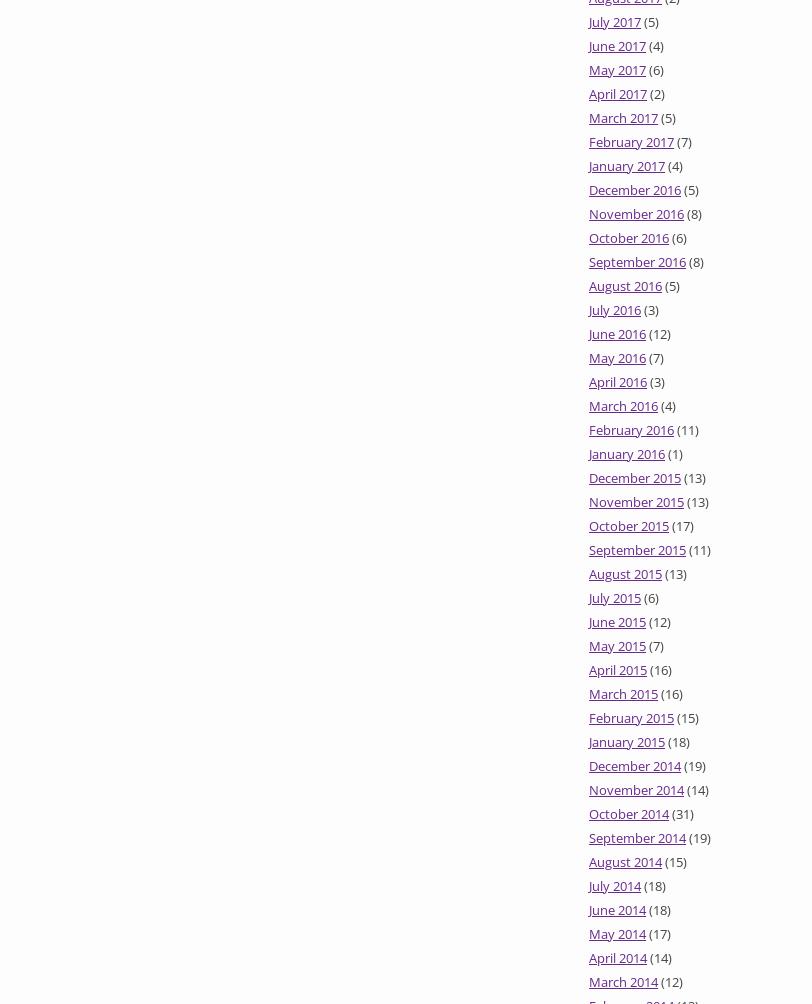  What do you see at coordinates (618, 381) in the screenshot?
I see `'April 2016'` at bounding box center [618, 381].